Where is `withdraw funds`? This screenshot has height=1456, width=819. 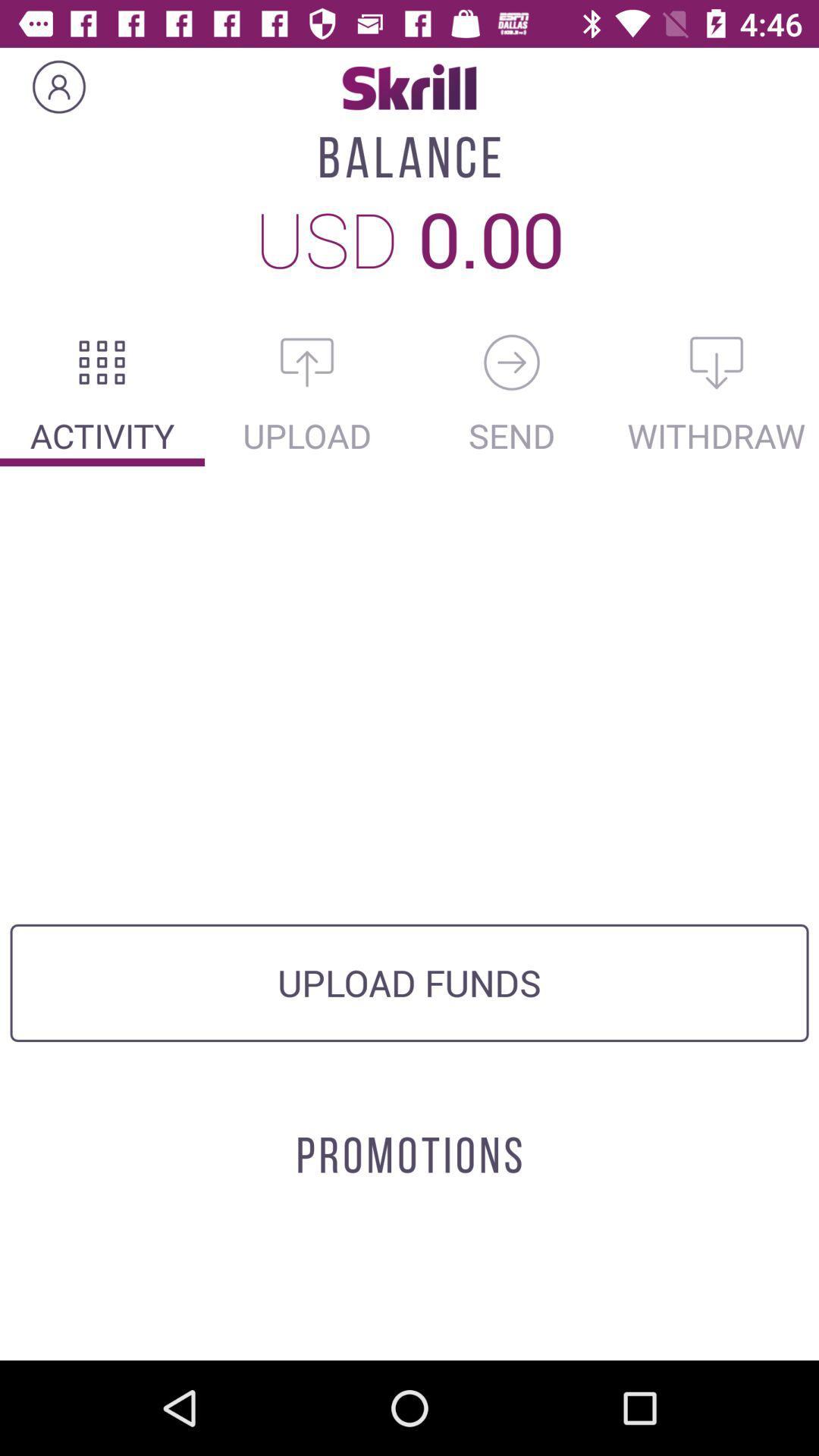
withdraw funds is located at coordinates (717, 362).